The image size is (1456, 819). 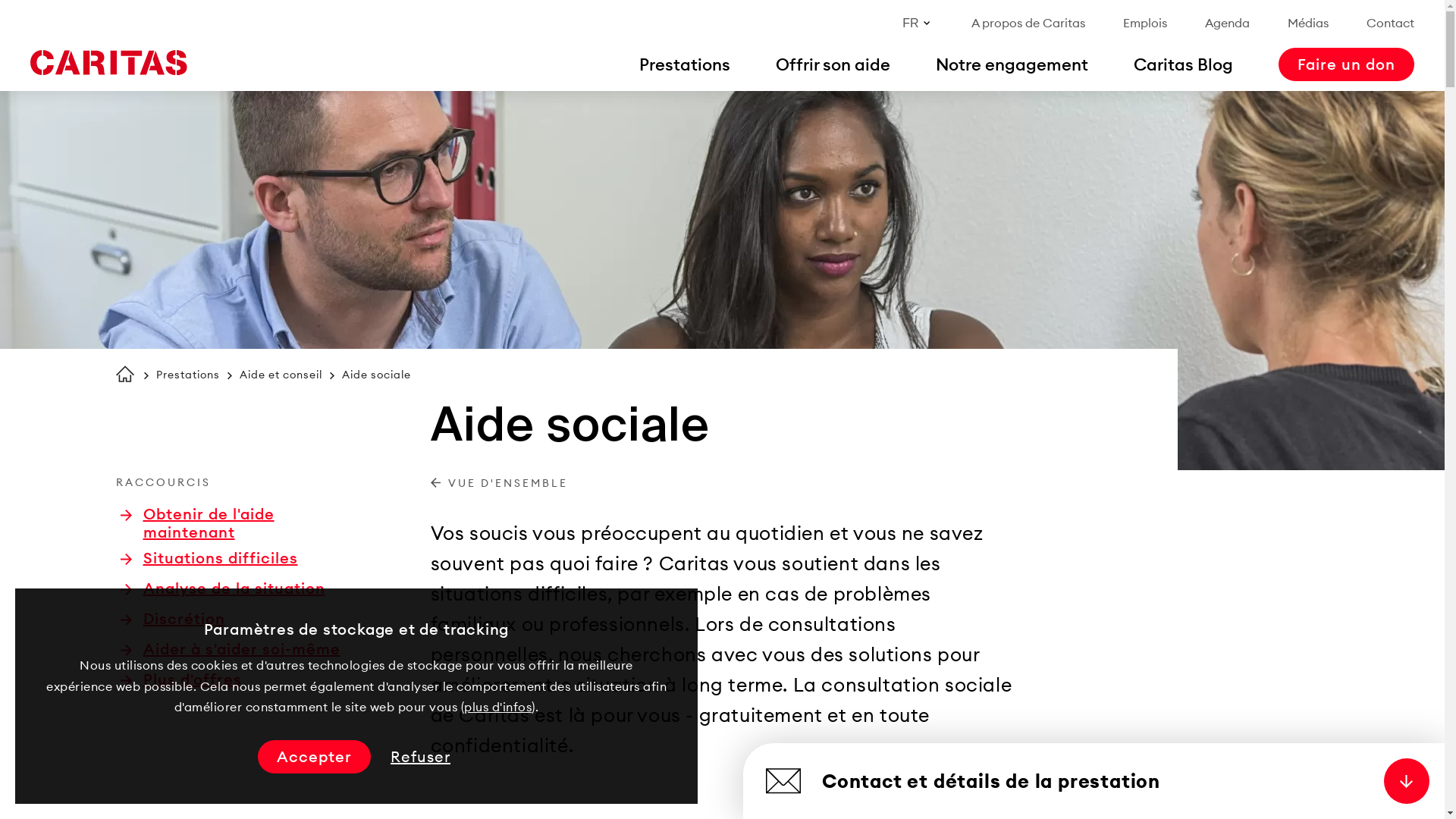 What do you see at coordinates (1182, 63) in the screenshot?
I see `'Caritas Blog'` at bounding box center [1182, 63].